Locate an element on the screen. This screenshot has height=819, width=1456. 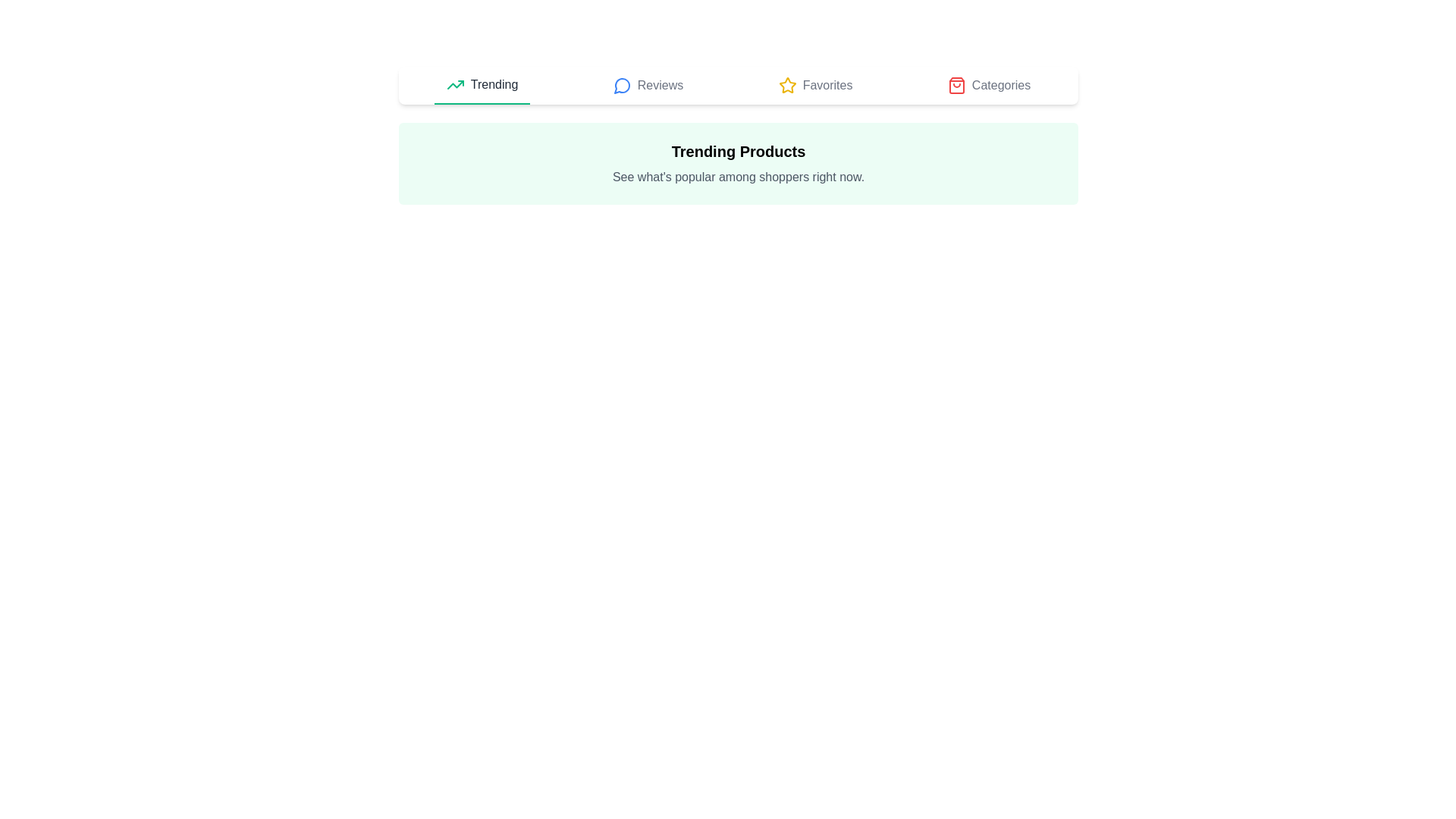
the star-shaped graphical icon with a yellow outline located in the favorites tab to associate it with the Favorites tab for contextual actions is located at coordinates (786, 84).